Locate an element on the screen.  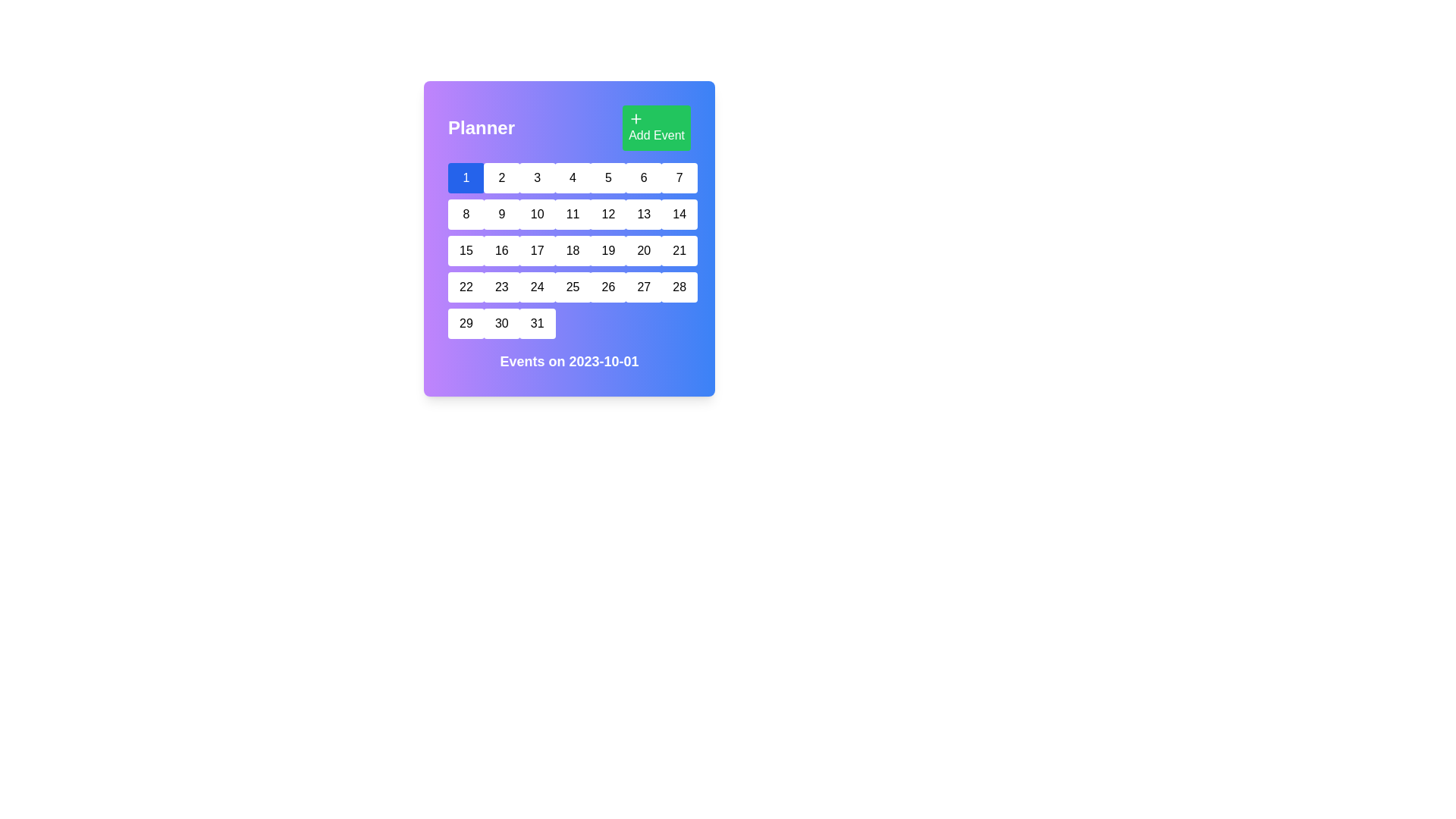
the button representing the 14th day of the month in the calendar view is located at coordinates (679, 214).